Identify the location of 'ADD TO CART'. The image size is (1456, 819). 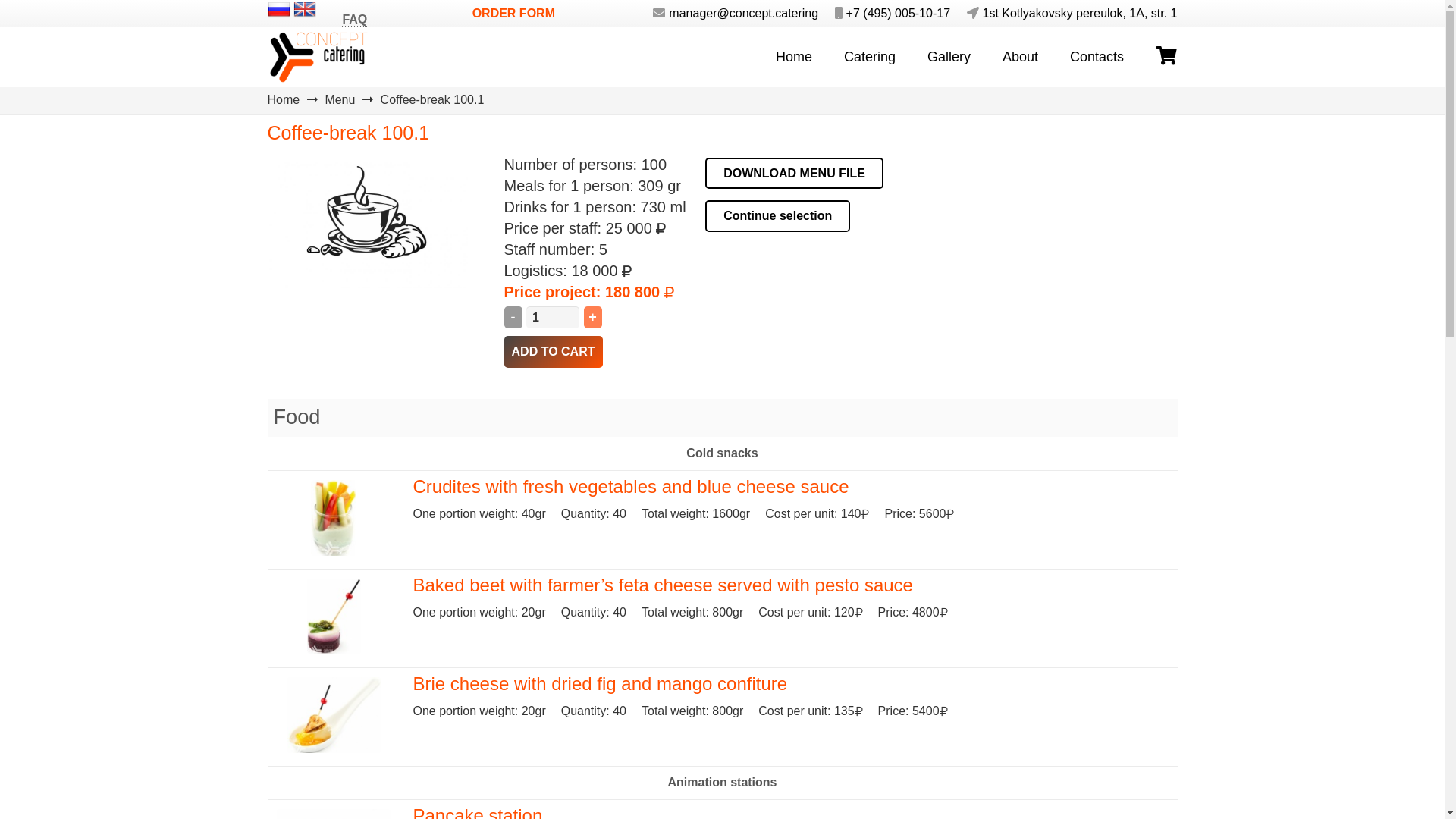
(552, 351).